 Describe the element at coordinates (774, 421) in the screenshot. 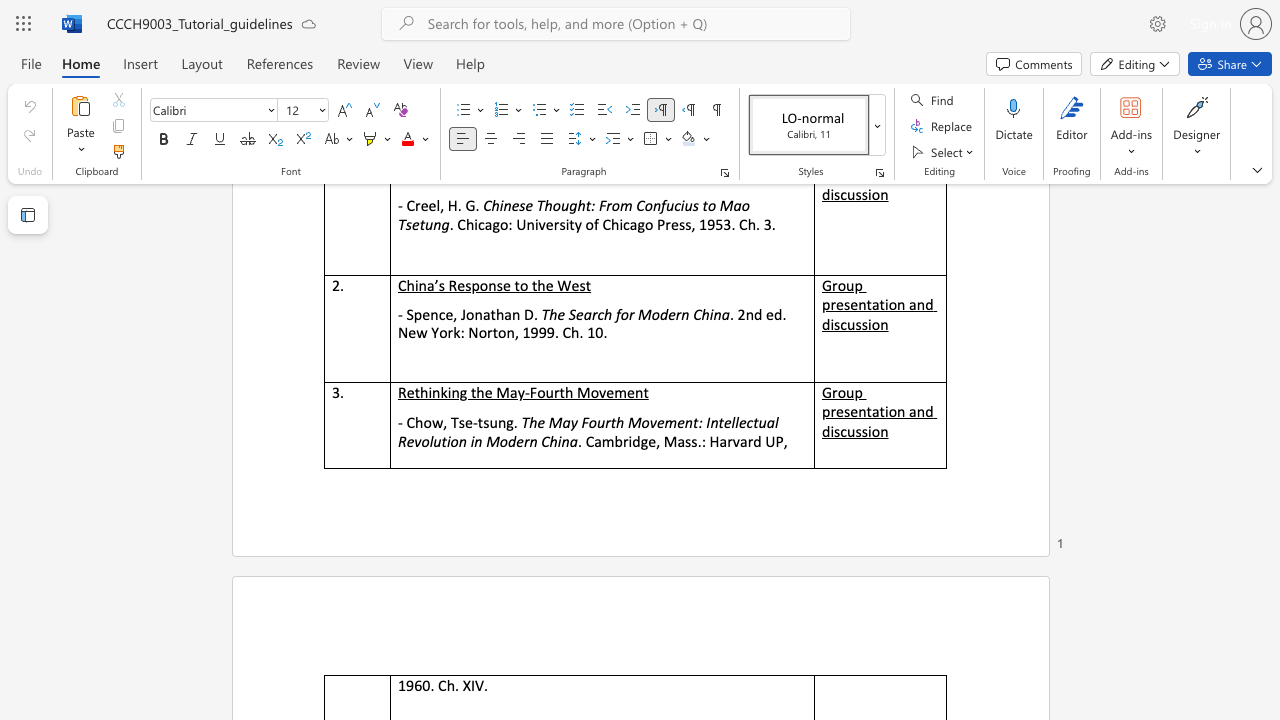

I see `the subset text "l Rev" within the text "The May Fourth Movement: Intellectual Revolution in Modern China"` at that location.